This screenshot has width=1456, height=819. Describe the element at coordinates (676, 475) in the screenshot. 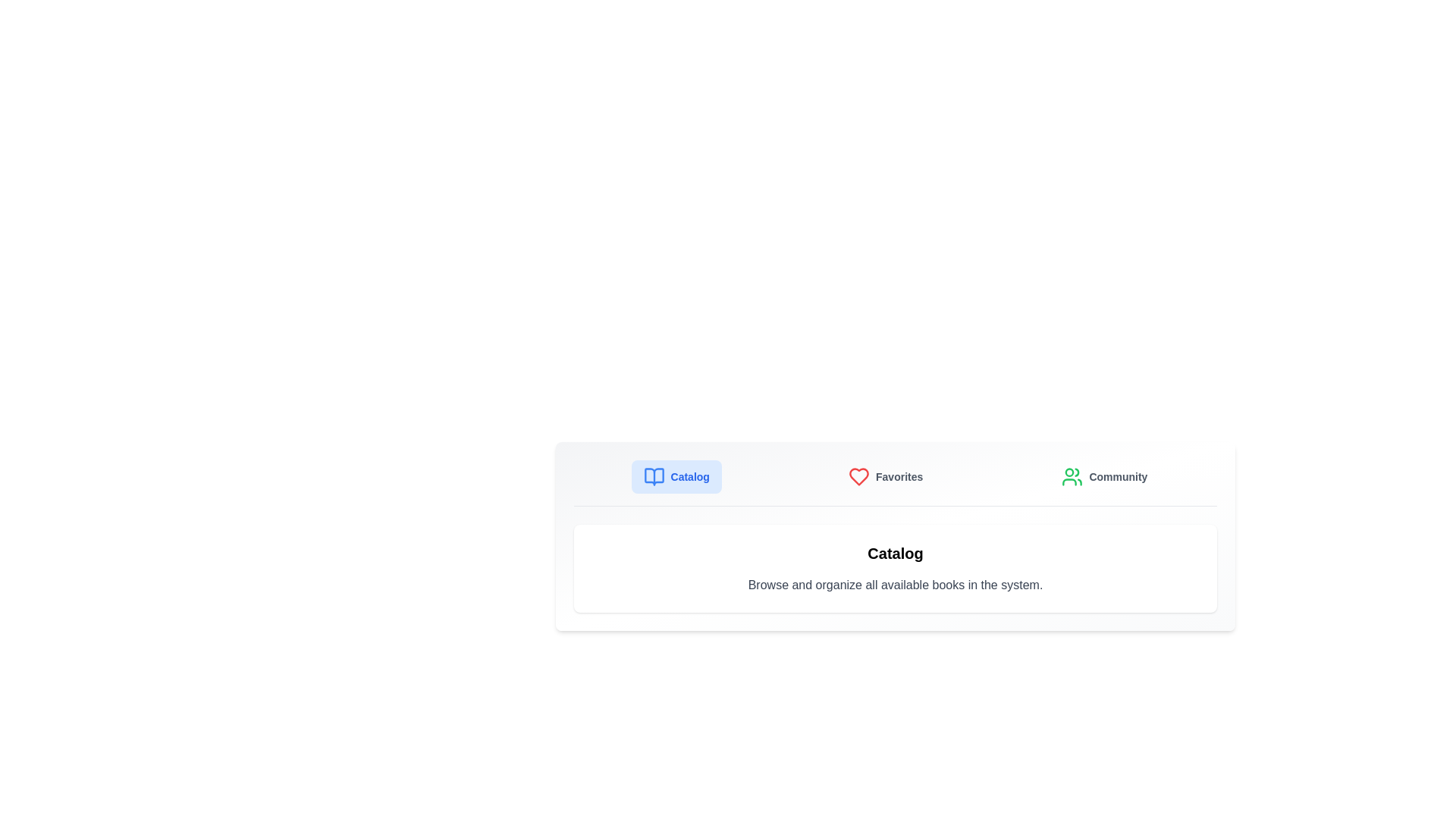

I see `the Catalog tab by clicking on its button` at that location.